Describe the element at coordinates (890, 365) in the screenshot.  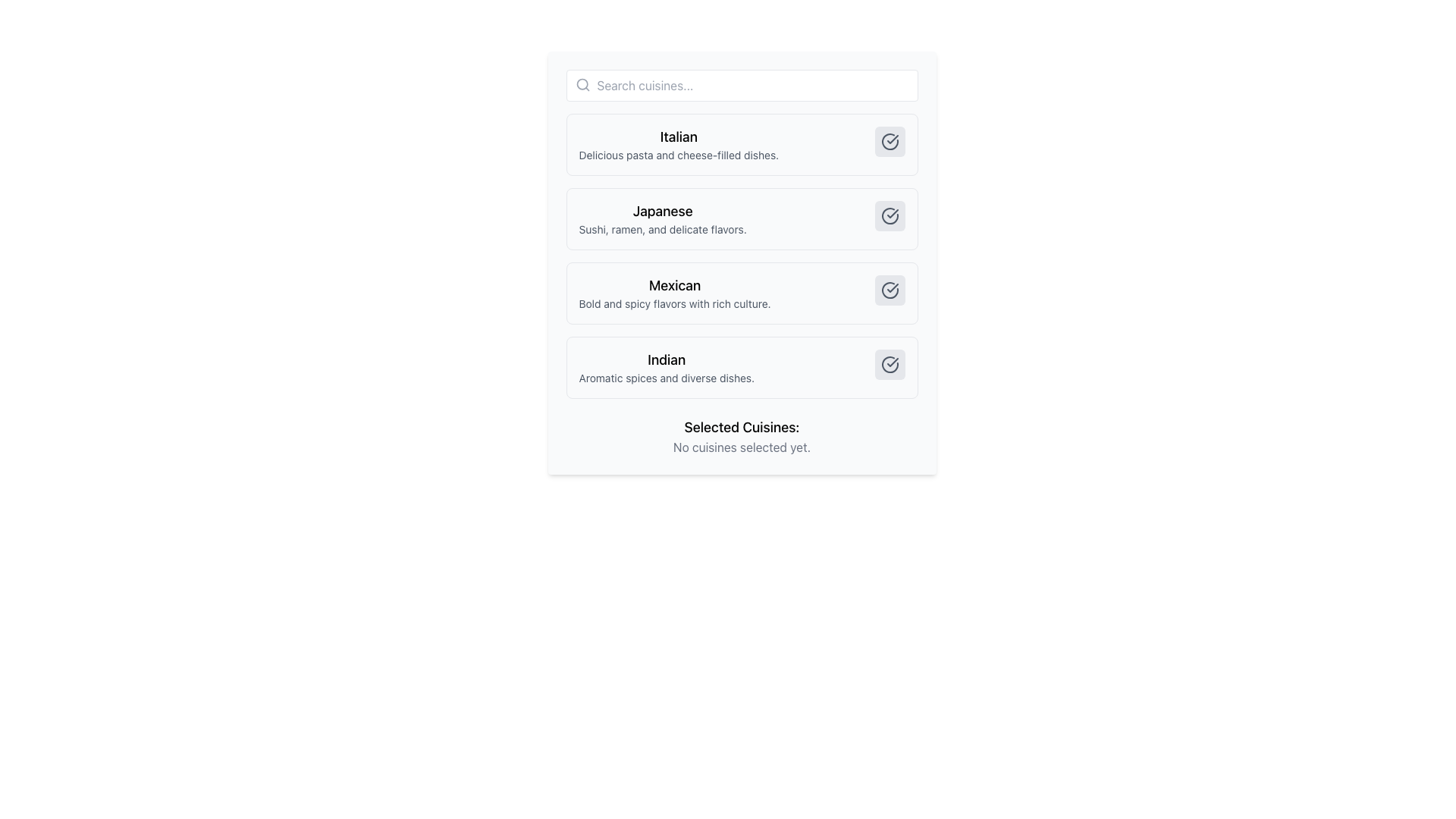
I see `the interactive checkbox icon that indicates the selected state of the 'Indian' cuisine option in the list` at that location.